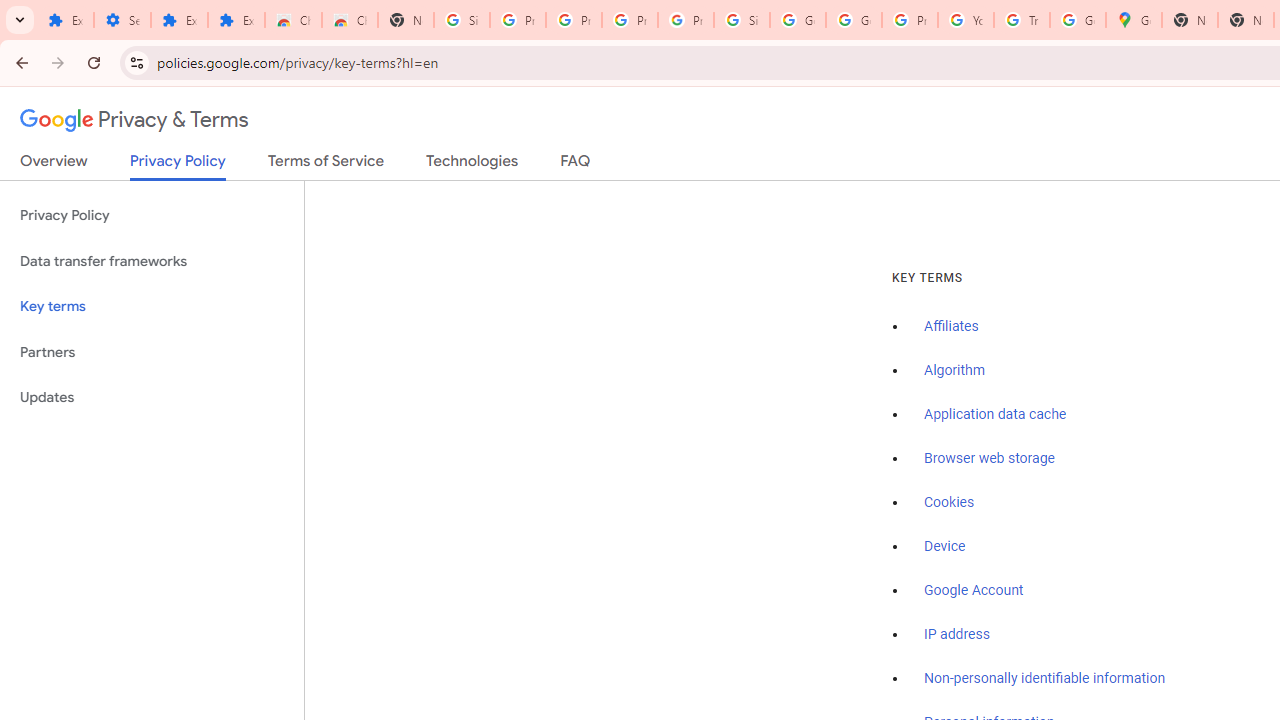  Describe the element at coordinates (948, 501) in the screenshot. I see `'Cookies'` at that location.